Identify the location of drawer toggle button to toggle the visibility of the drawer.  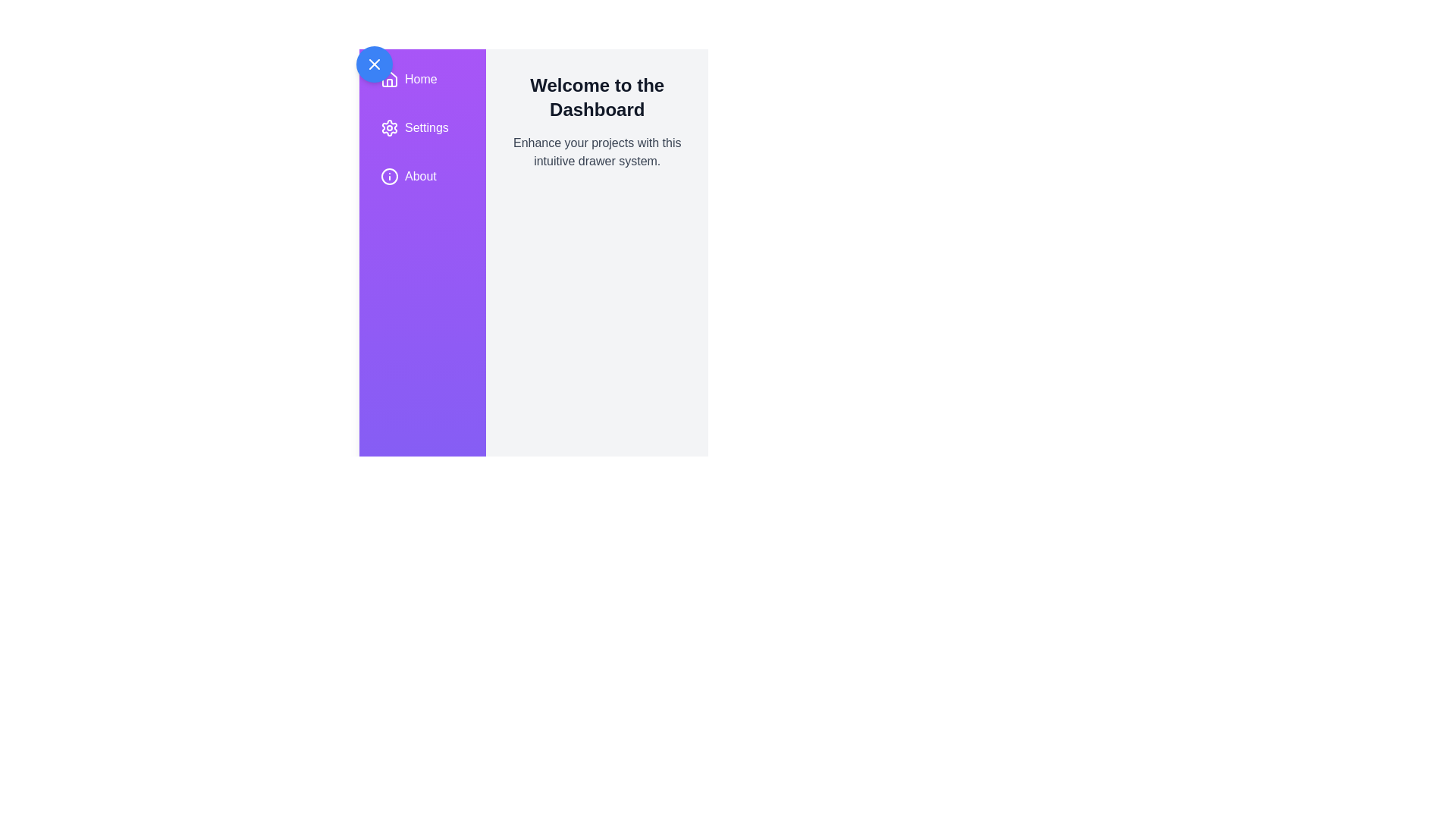
(375, 63).